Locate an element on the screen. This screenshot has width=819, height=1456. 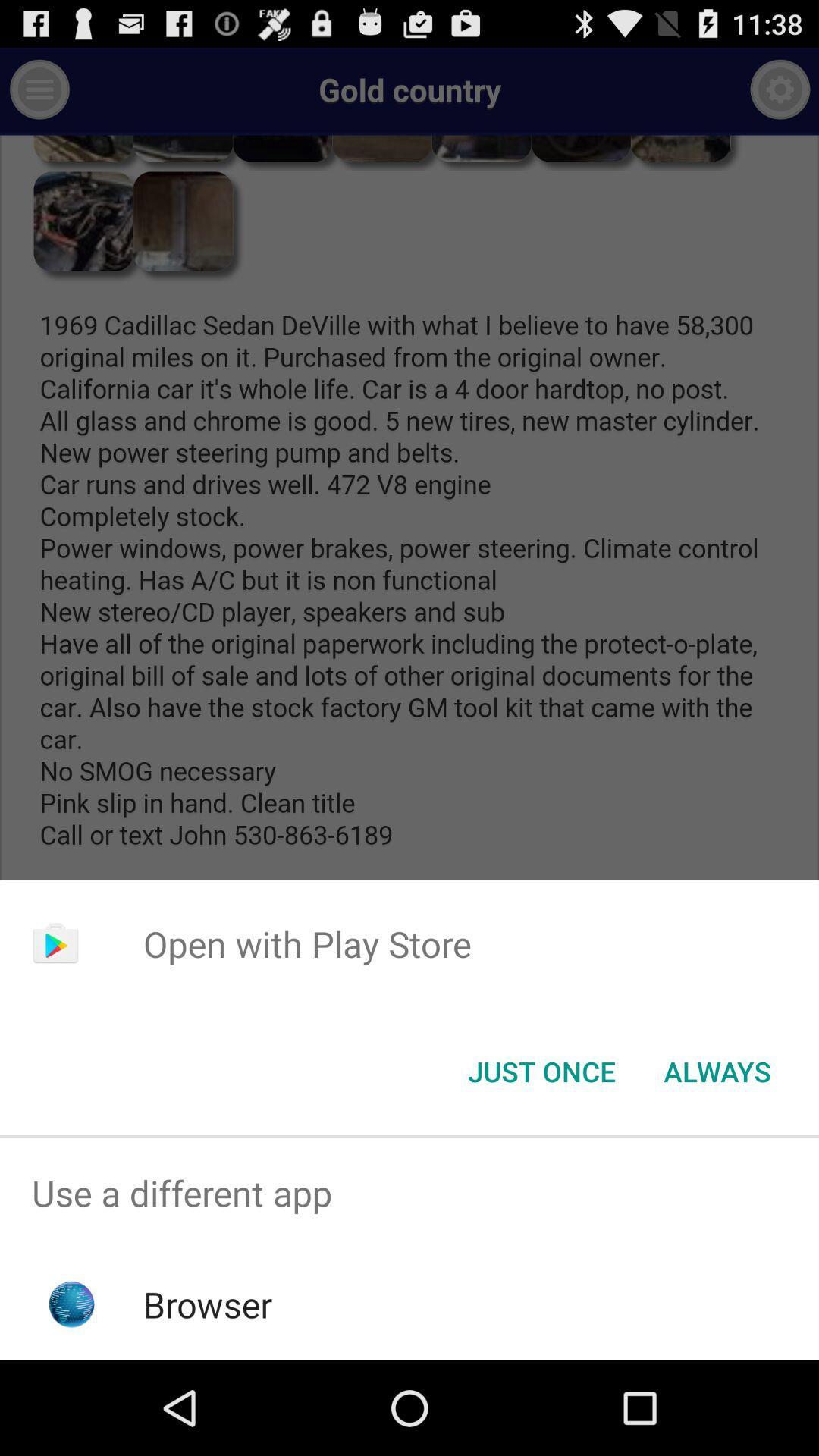
icon next to the just once button is located at coordinates (717, 1070).